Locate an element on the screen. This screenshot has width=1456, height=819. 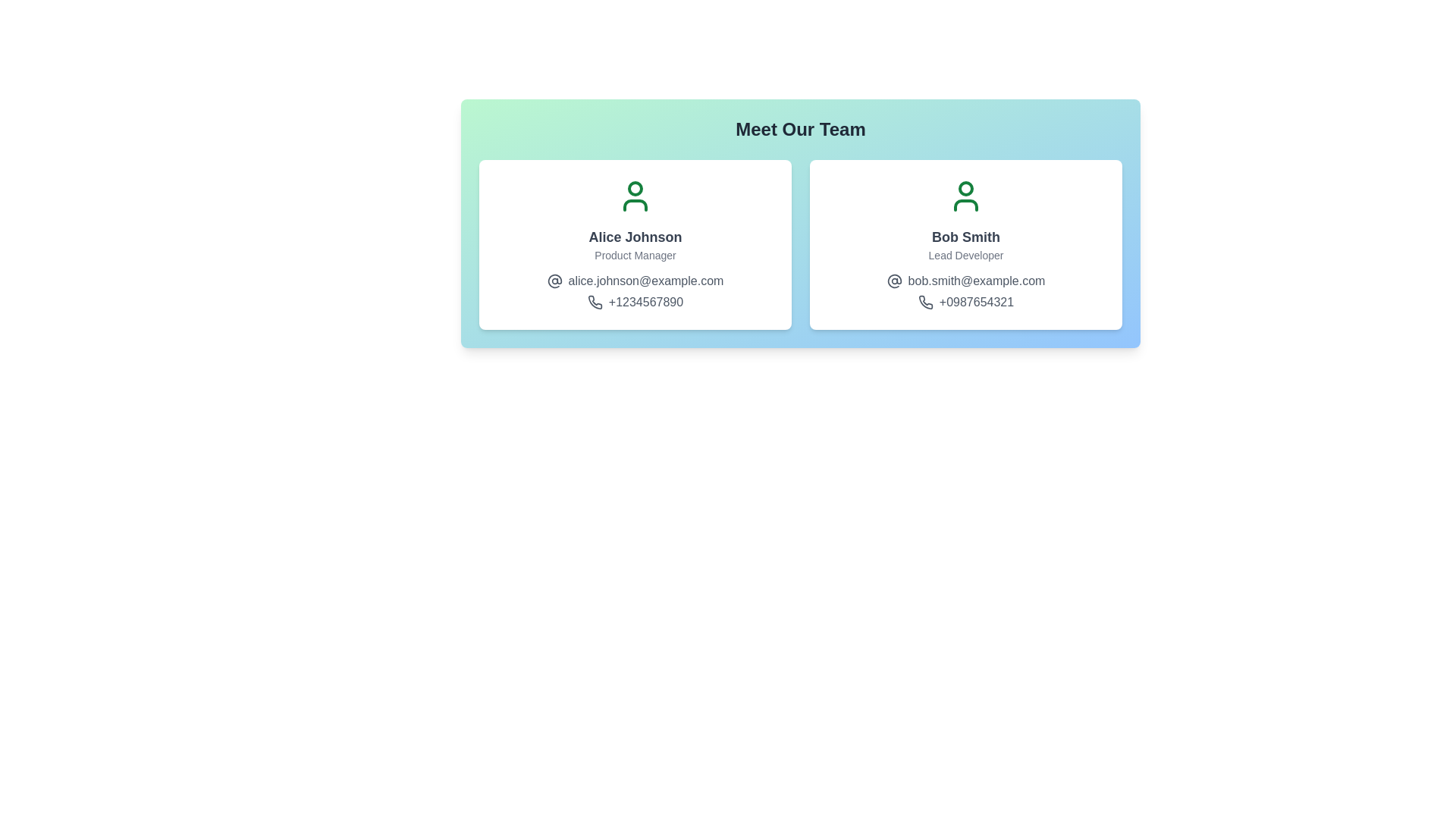
the '@' icon located within the left profile card under the title 'Alice Johnson', preceding the email address 'alice.johnson@example.com' is located at coordinates (554, 281).